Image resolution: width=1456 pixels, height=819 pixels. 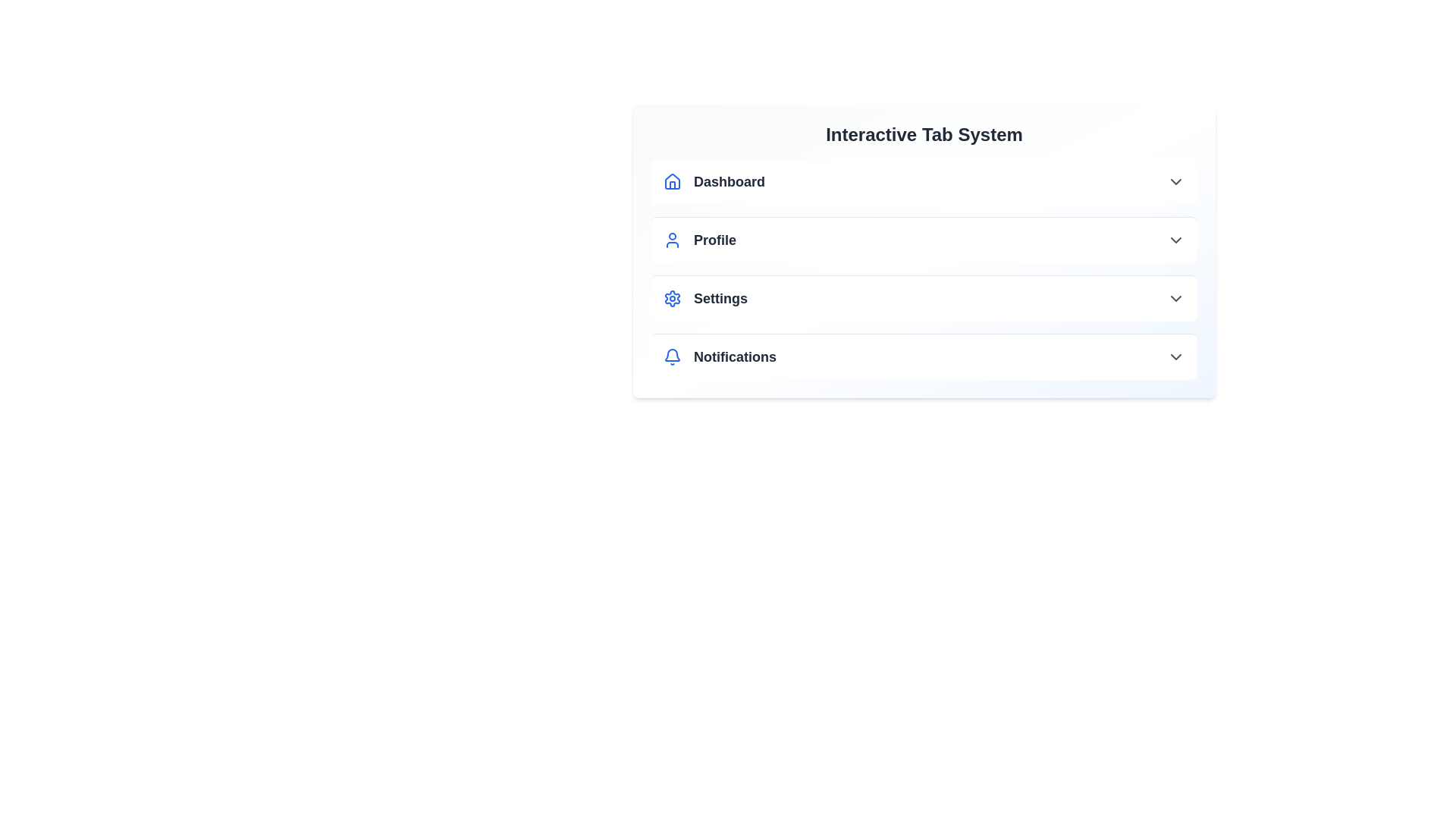 What do you see at coordinates (1175, 356) in the screenshot?
I see `the downward-facing chevron icon located at the far right of the 'Notifications' row` at bounding box center [1175, 356].